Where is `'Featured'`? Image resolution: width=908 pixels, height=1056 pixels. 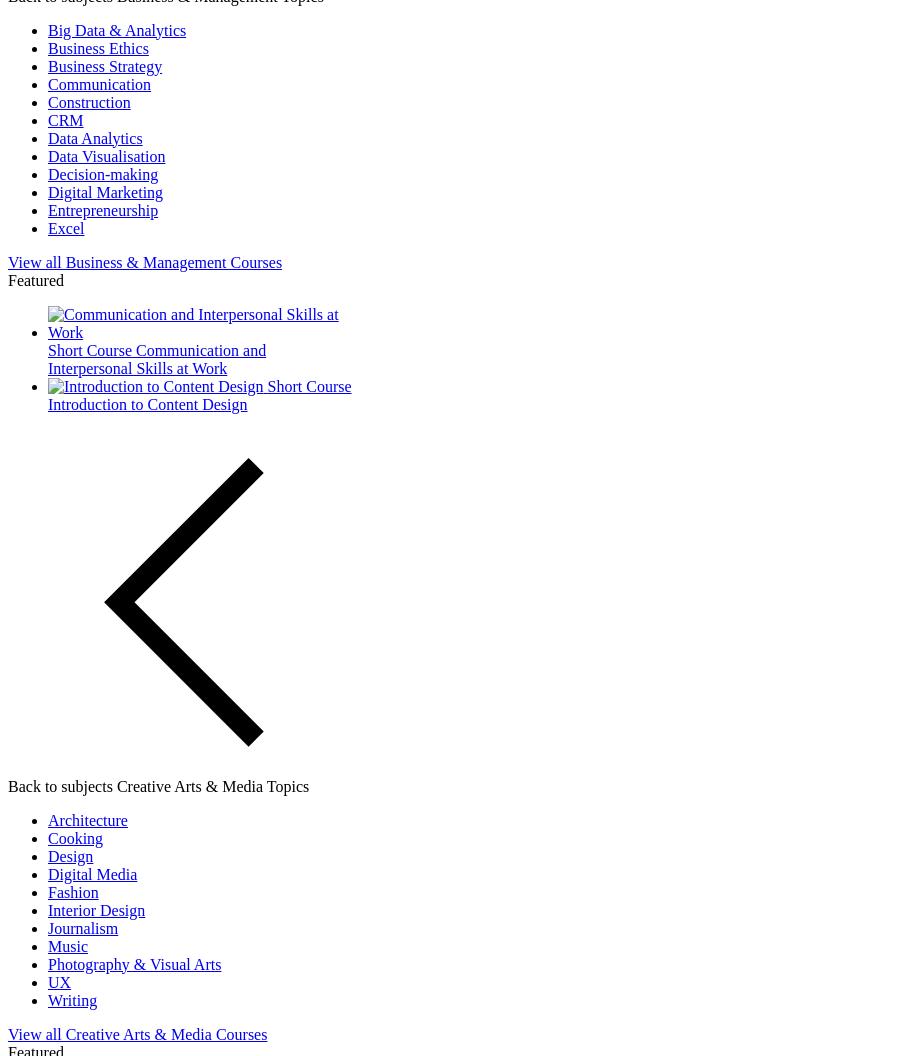
'Featured' is located at coordinates (34, 279).